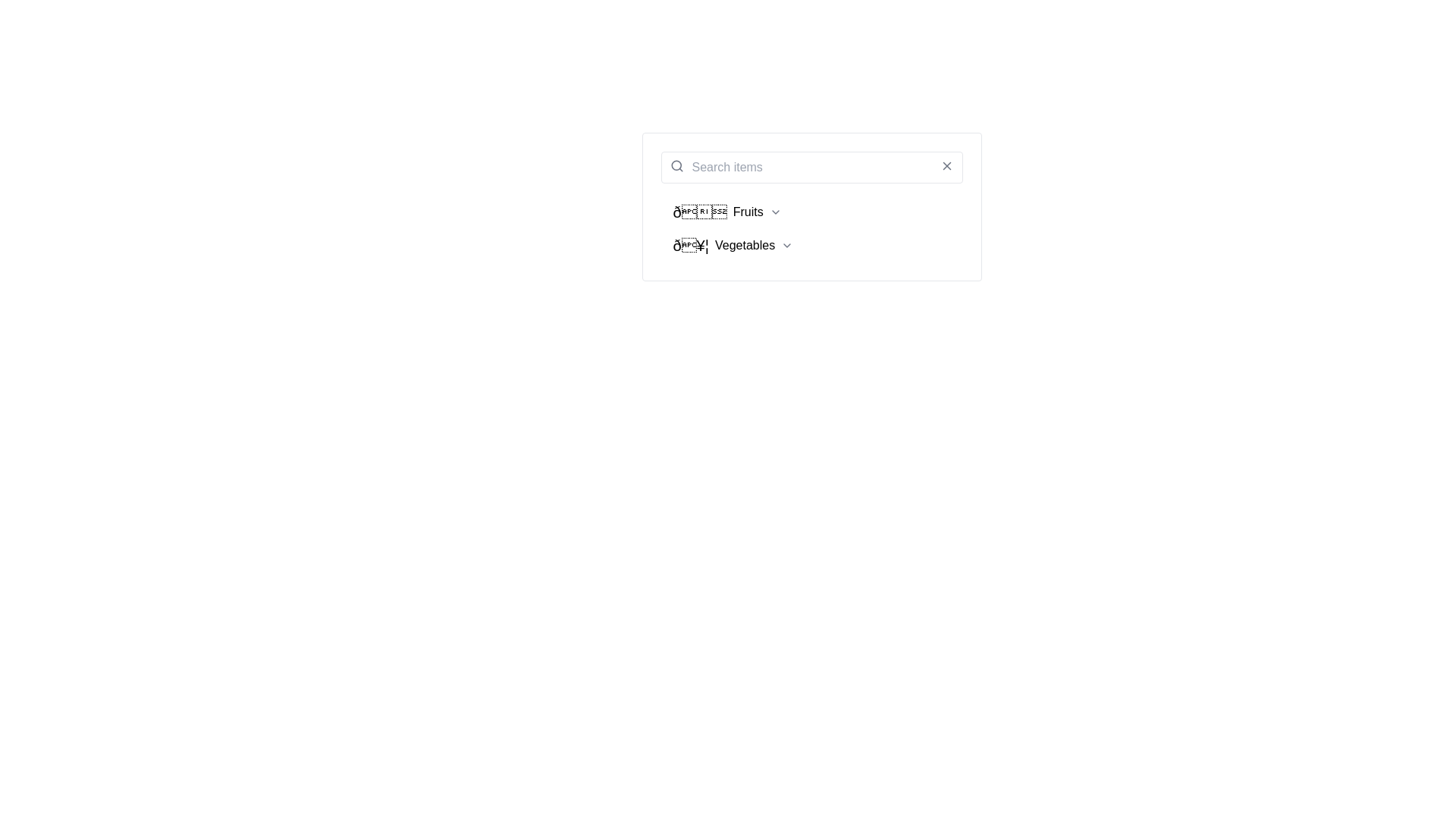 The height and width of the screenshot is (819, 1456). What do you see at coordinates (745, 245) in the screenshot?
I see `label text 'Vegetables' displayed in the center of the menu option, which is part of a vertical menu structure and indicates actions related to vegetables` at bounding box center [745, 245].